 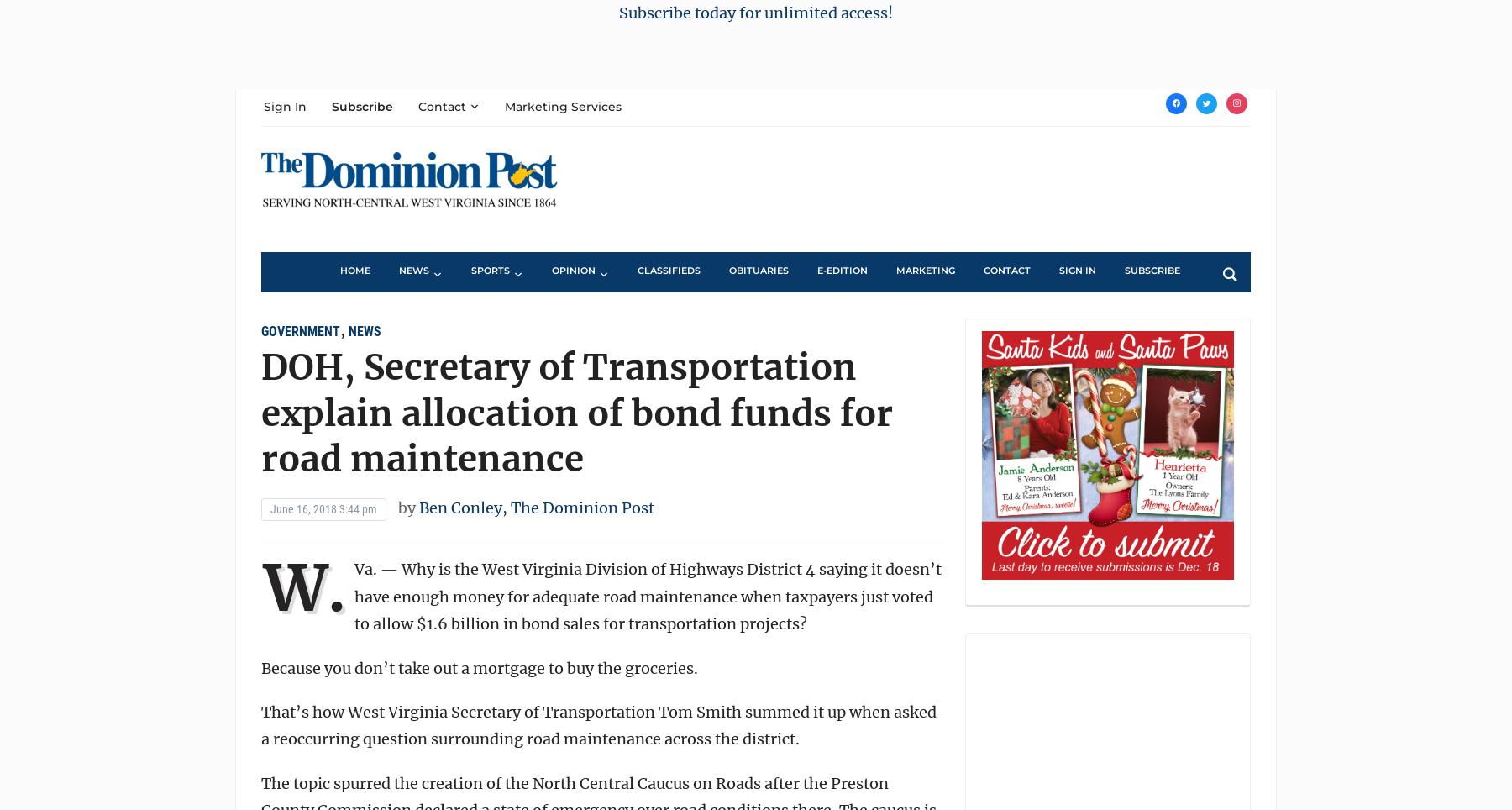 I want to click on 'Because you don’t take out a mortgage to buy the groceries.', so click(x=479, y=667).